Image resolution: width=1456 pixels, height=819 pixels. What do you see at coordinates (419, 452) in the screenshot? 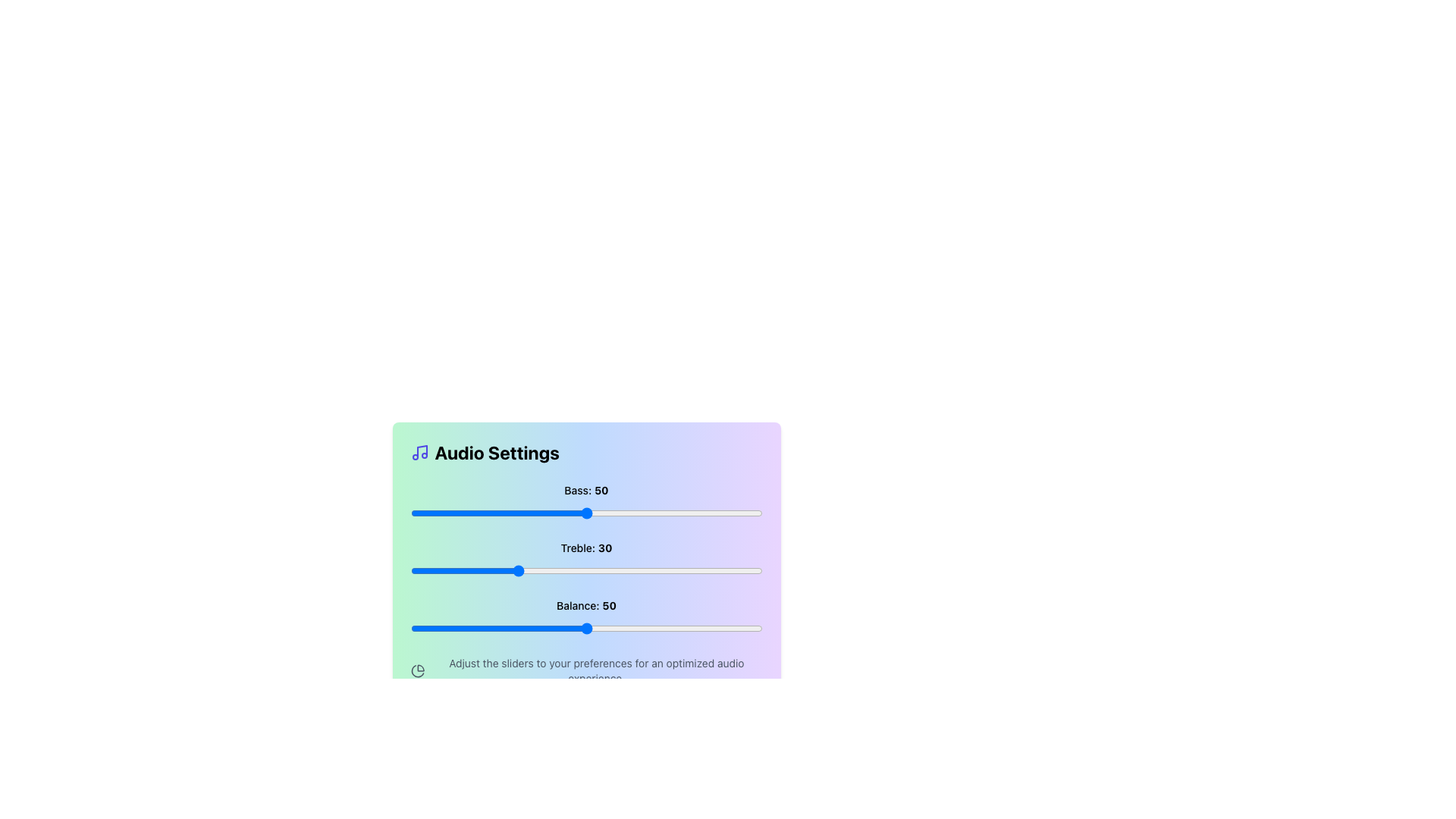
I see `the music note icon with a blue outline located to the left of the 'Audio Settings' text in the title area` at bounding box center [419, 452].